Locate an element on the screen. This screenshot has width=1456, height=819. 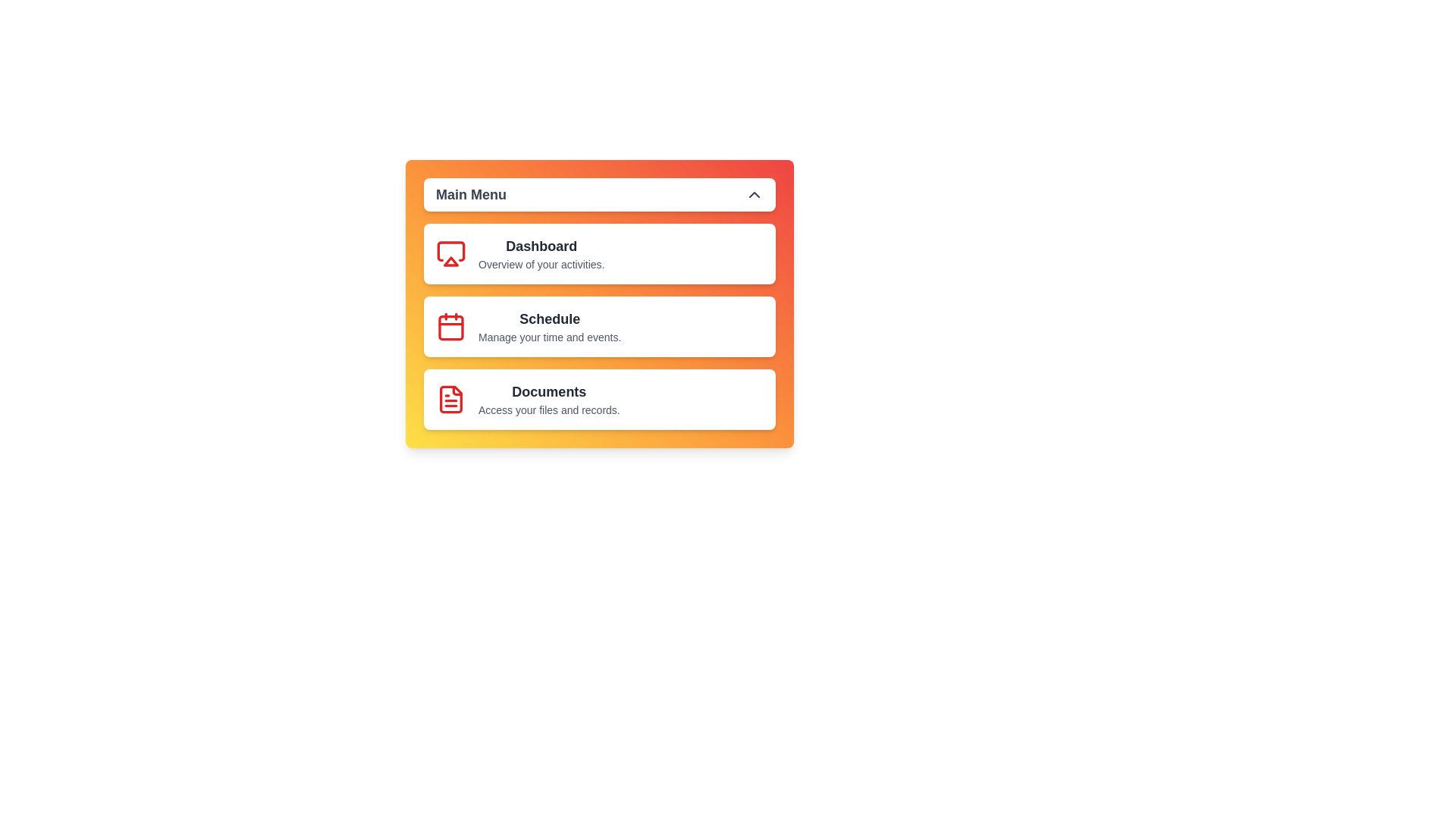
the menu item Documents by clicking on it is located at coordinates (599, 399).